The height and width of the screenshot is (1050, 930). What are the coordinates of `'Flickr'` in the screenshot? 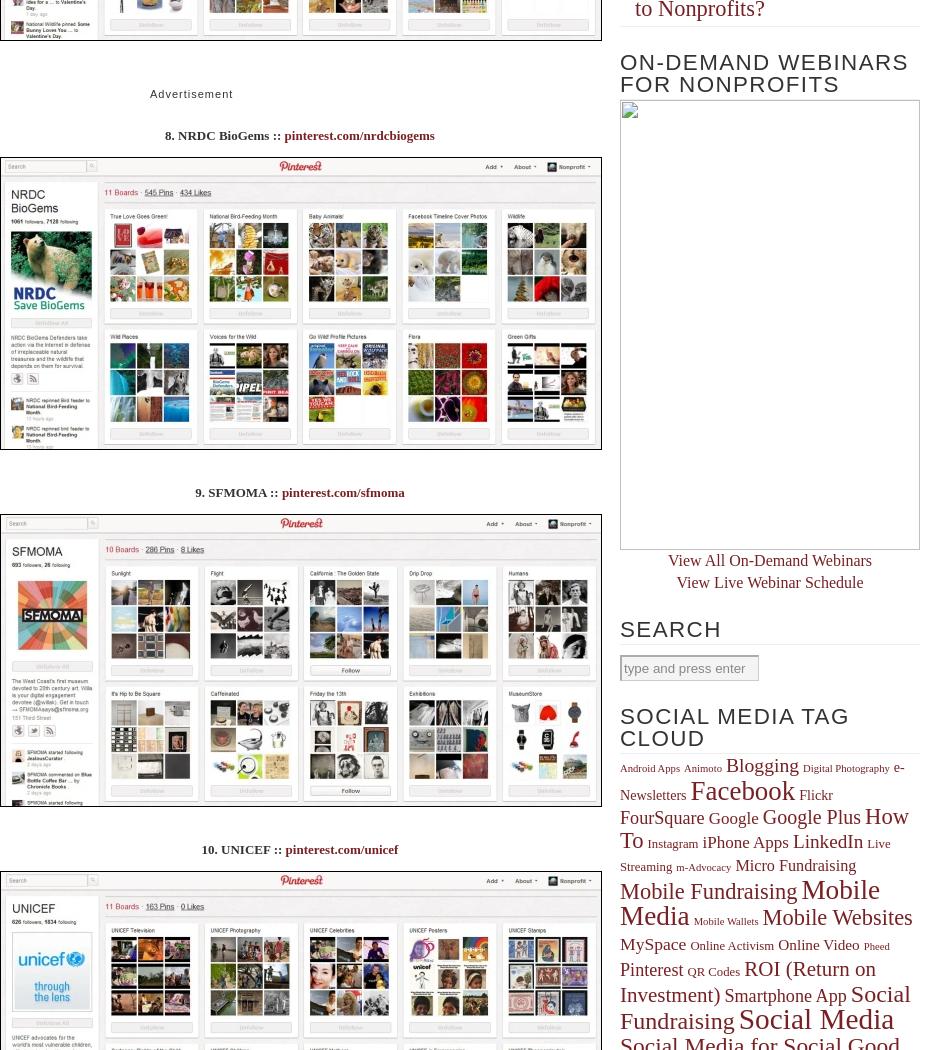 It's located at (814, 793).